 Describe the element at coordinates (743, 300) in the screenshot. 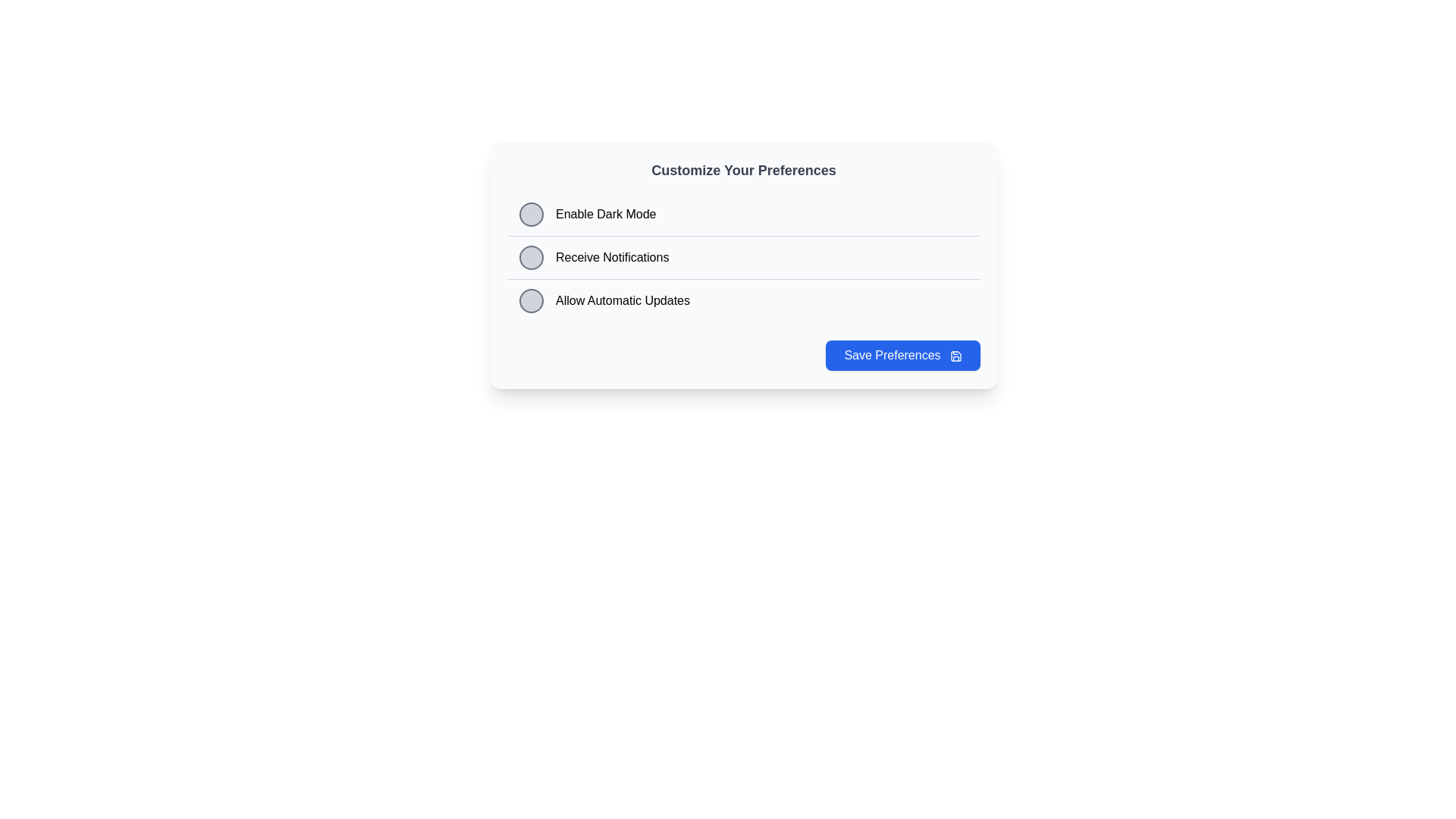

I see `the third option in the preferences list` at that location.